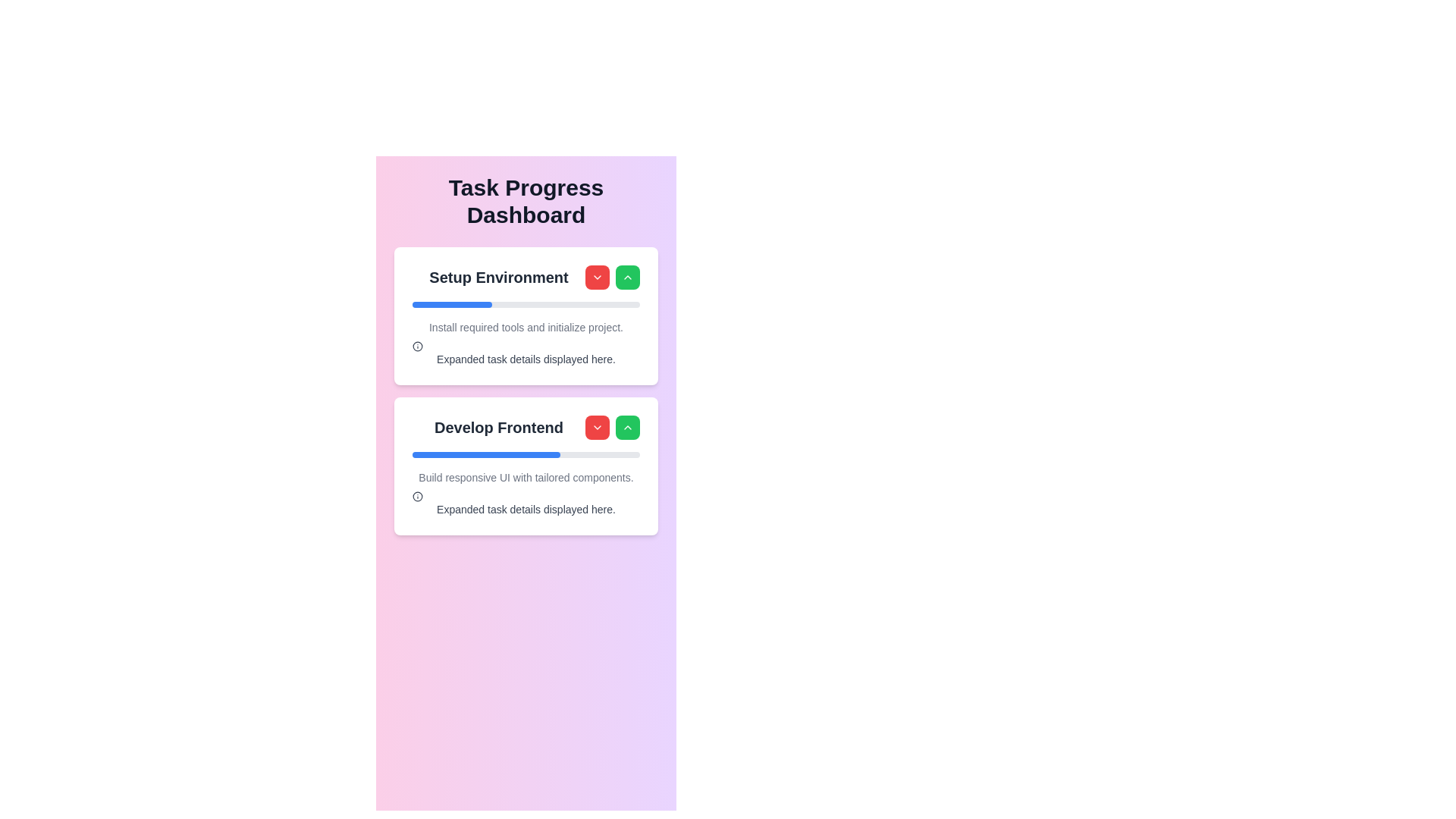 This screenshot has height=819, width=1456. What do you see at coordinates (596, 427) in the screenshot?
I see `the toggle button located to the right of the 'Develop Frontend' section title` at bounding box center [596, 427].